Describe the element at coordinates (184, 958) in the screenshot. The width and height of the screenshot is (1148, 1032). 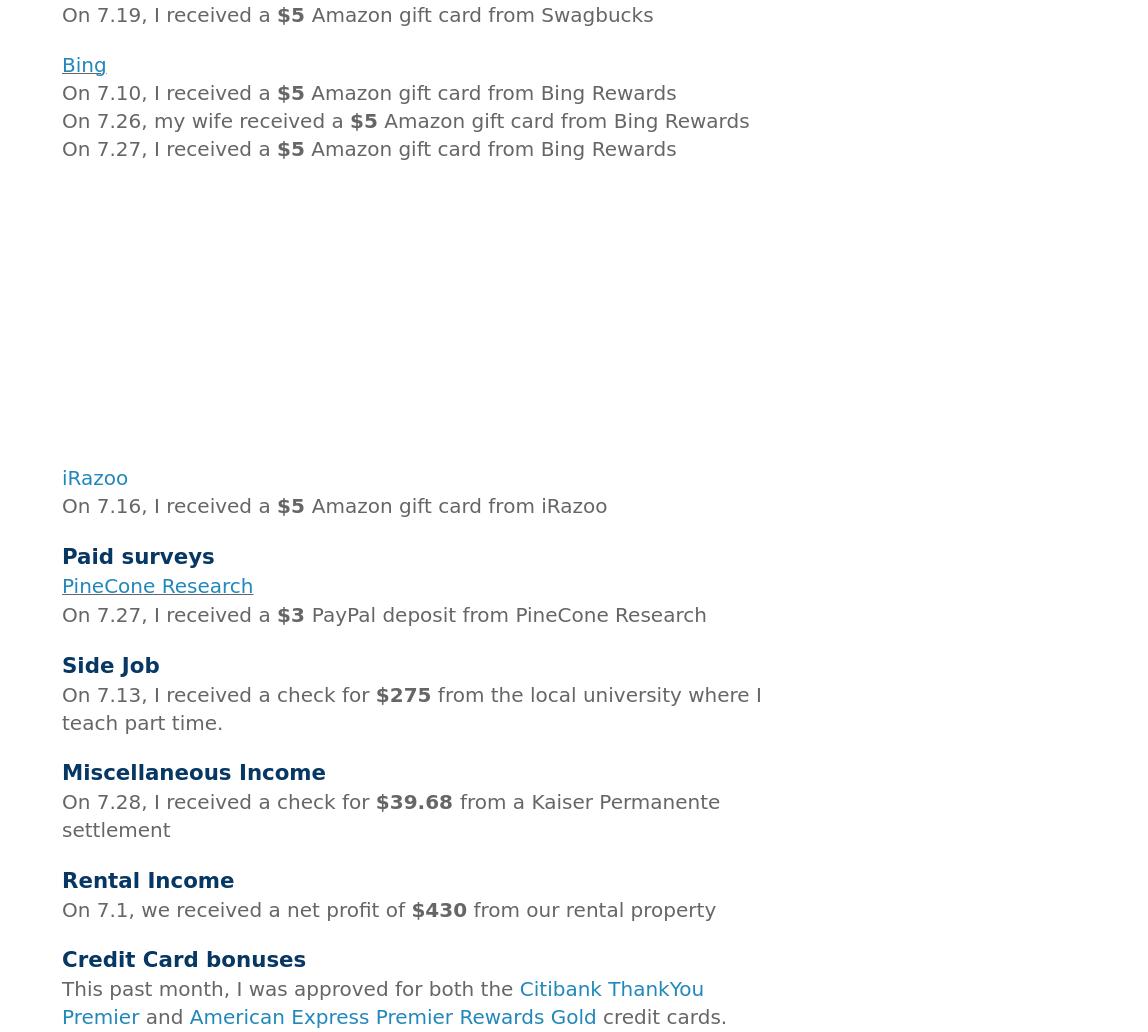
I see `'Credit Card bonuses'` at that location.